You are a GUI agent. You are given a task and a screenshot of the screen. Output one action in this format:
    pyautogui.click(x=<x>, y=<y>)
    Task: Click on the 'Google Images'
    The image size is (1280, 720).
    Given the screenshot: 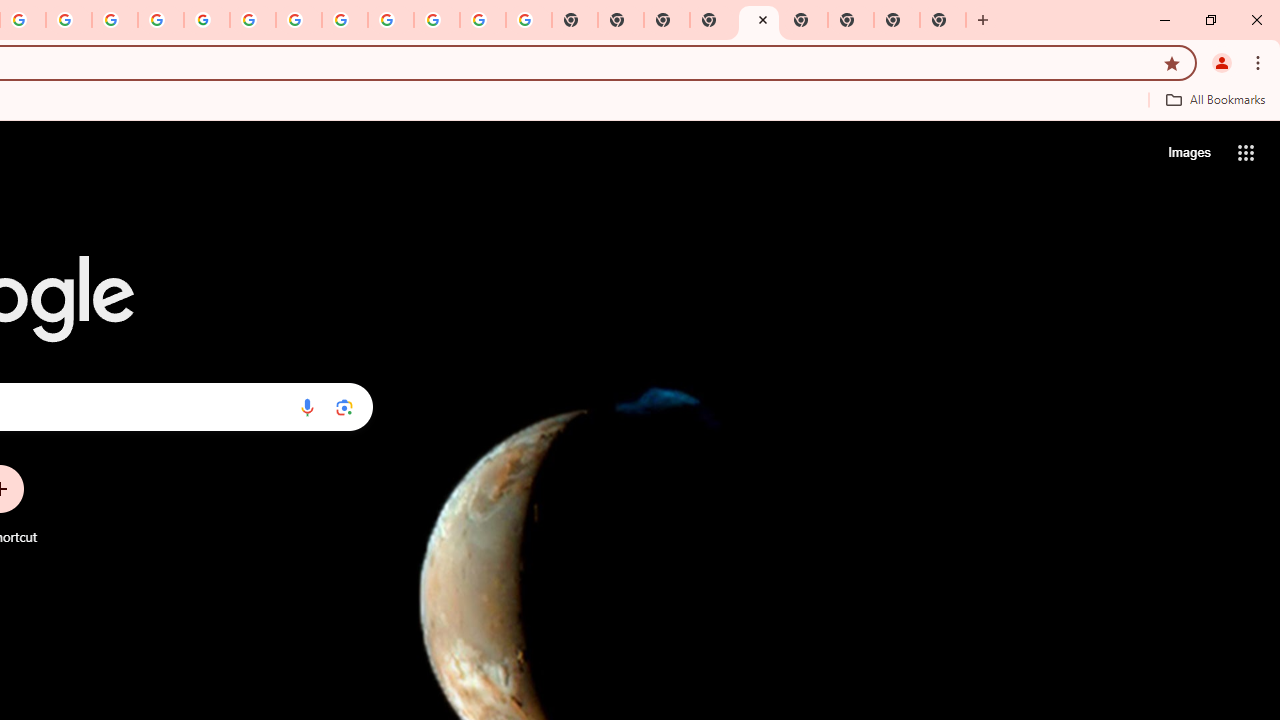 What is the action you would take?
    pyautogui.click(x=528, y=20)
    